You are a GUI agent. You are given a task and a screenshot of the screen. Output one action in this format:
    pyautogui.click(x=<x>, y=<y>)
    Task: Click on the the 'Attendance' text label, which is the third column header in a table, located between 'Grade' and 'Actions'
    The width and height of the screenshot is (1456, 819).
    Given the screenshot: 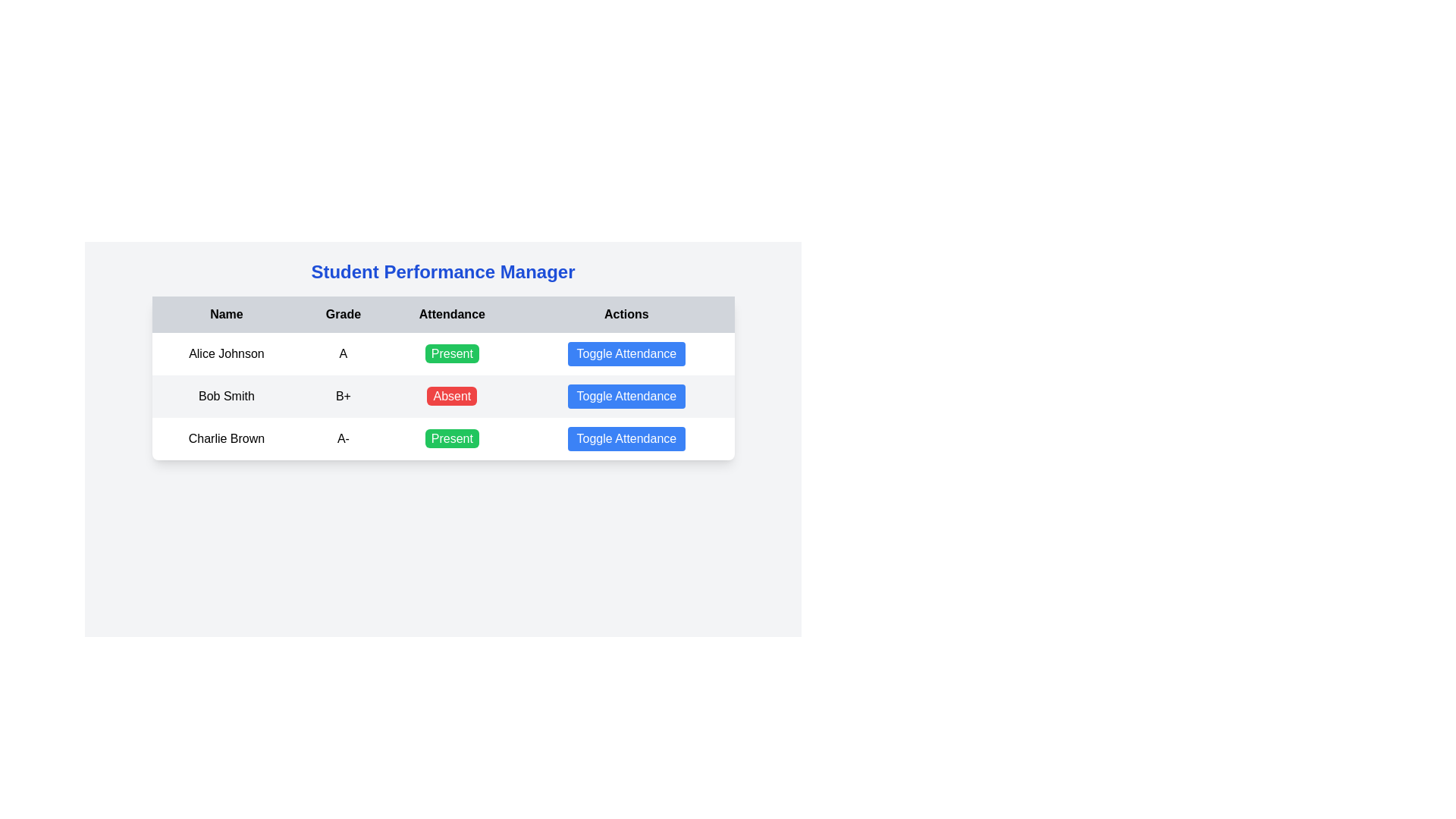 What is the action you would take?
    pyautogui.click(x=451, y=314)
    